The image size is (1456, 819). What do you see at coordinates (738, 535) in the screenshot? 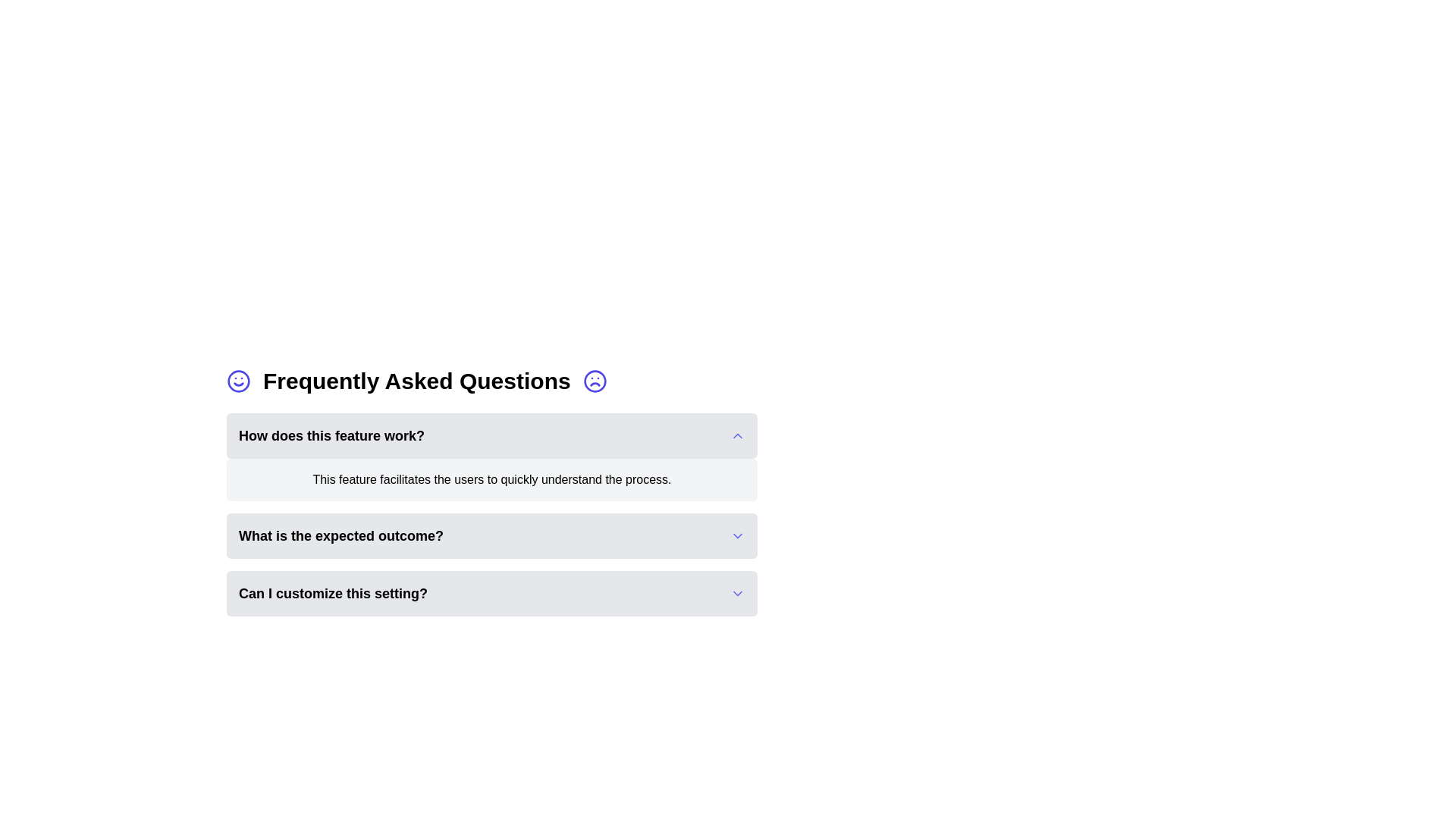
I see `the small indigo chevron icon located to the right of the text 'What is the expected outcome?'` at bounding box center [738, 535].